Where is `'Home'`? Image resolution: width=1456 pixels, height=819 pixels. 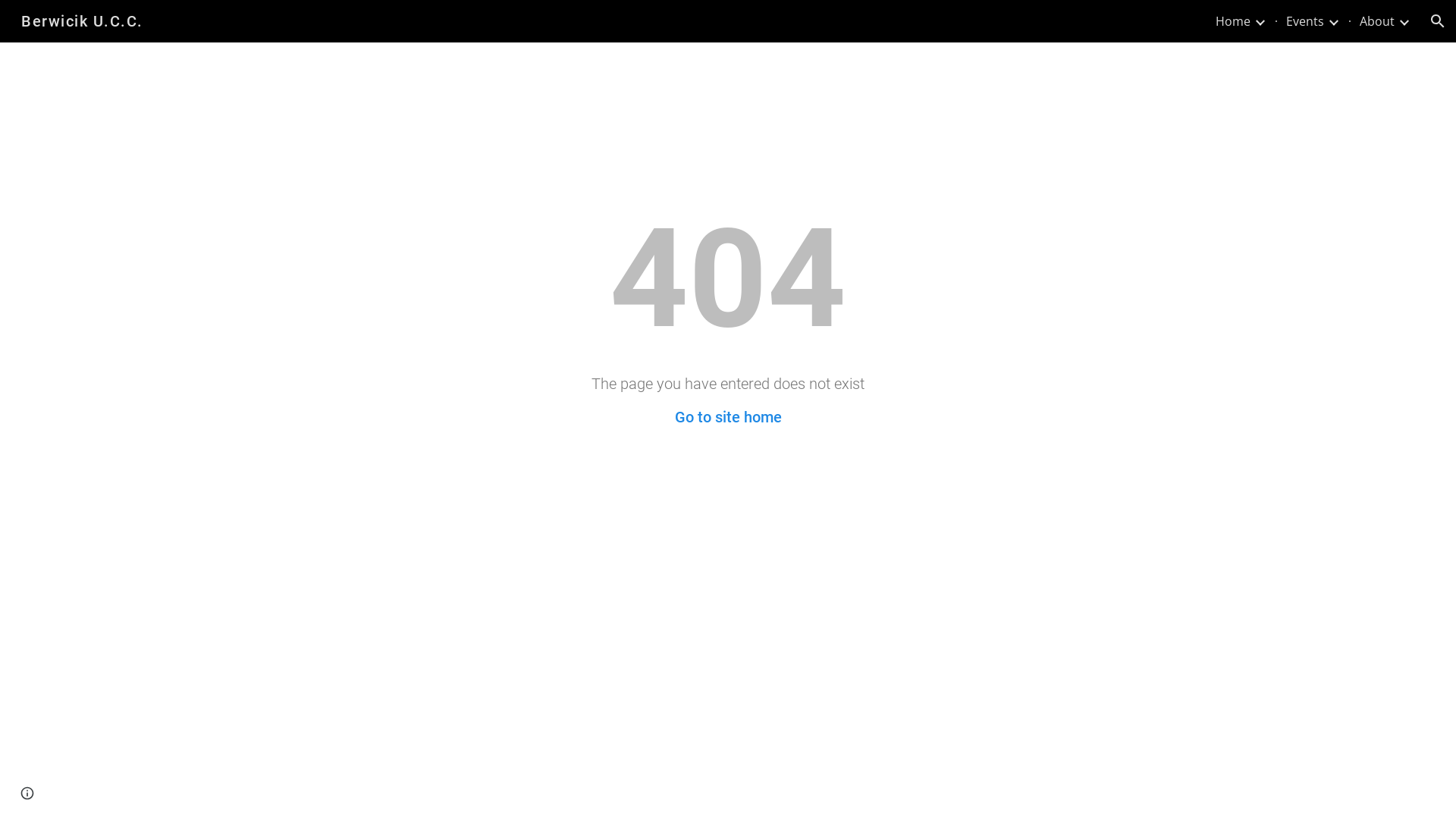 'Home' is located at coordinates (1233, 20).